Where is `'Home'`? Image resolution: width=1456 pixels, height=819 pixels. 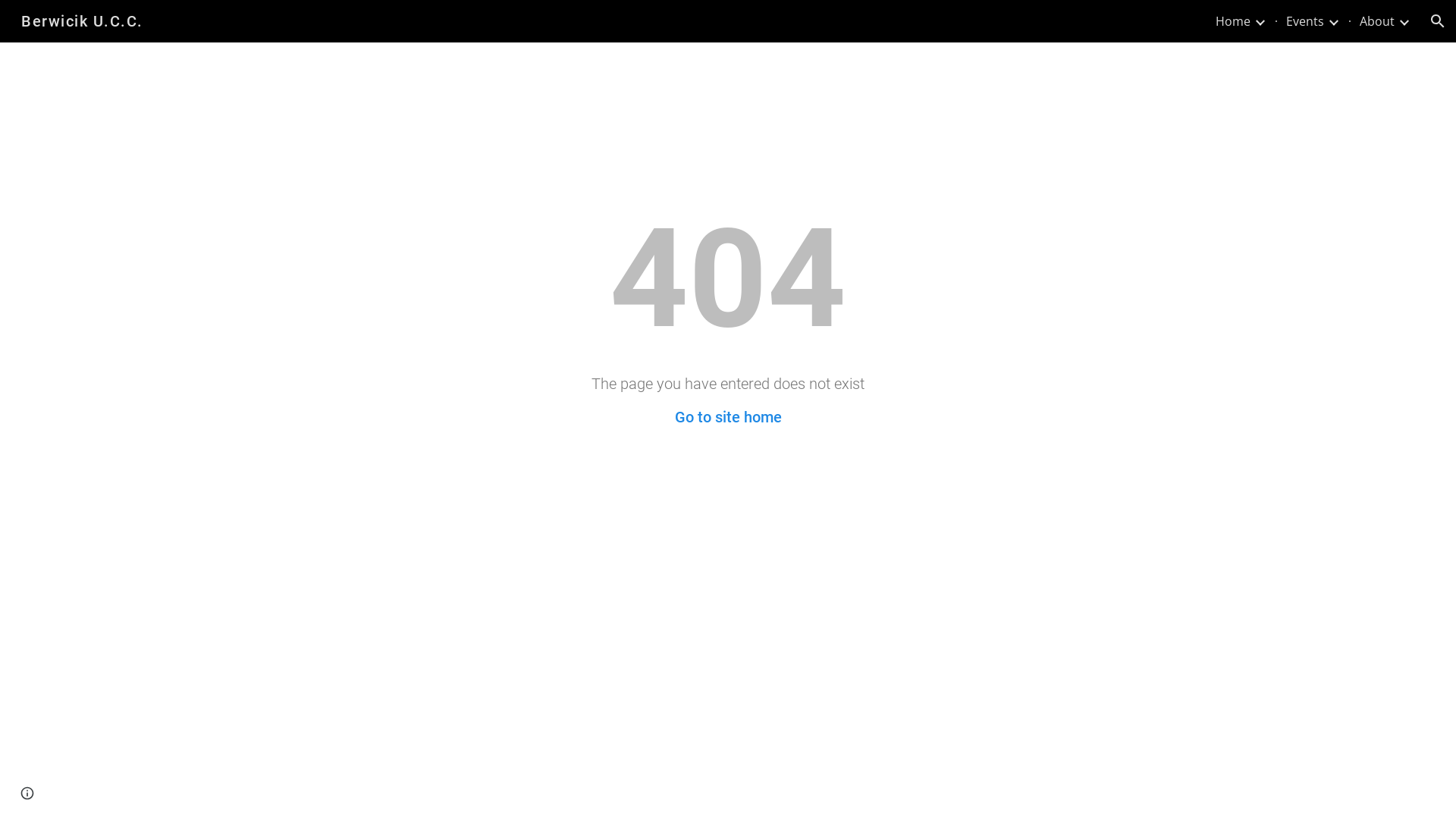 'Home' is located at coordinates (1233, 20).